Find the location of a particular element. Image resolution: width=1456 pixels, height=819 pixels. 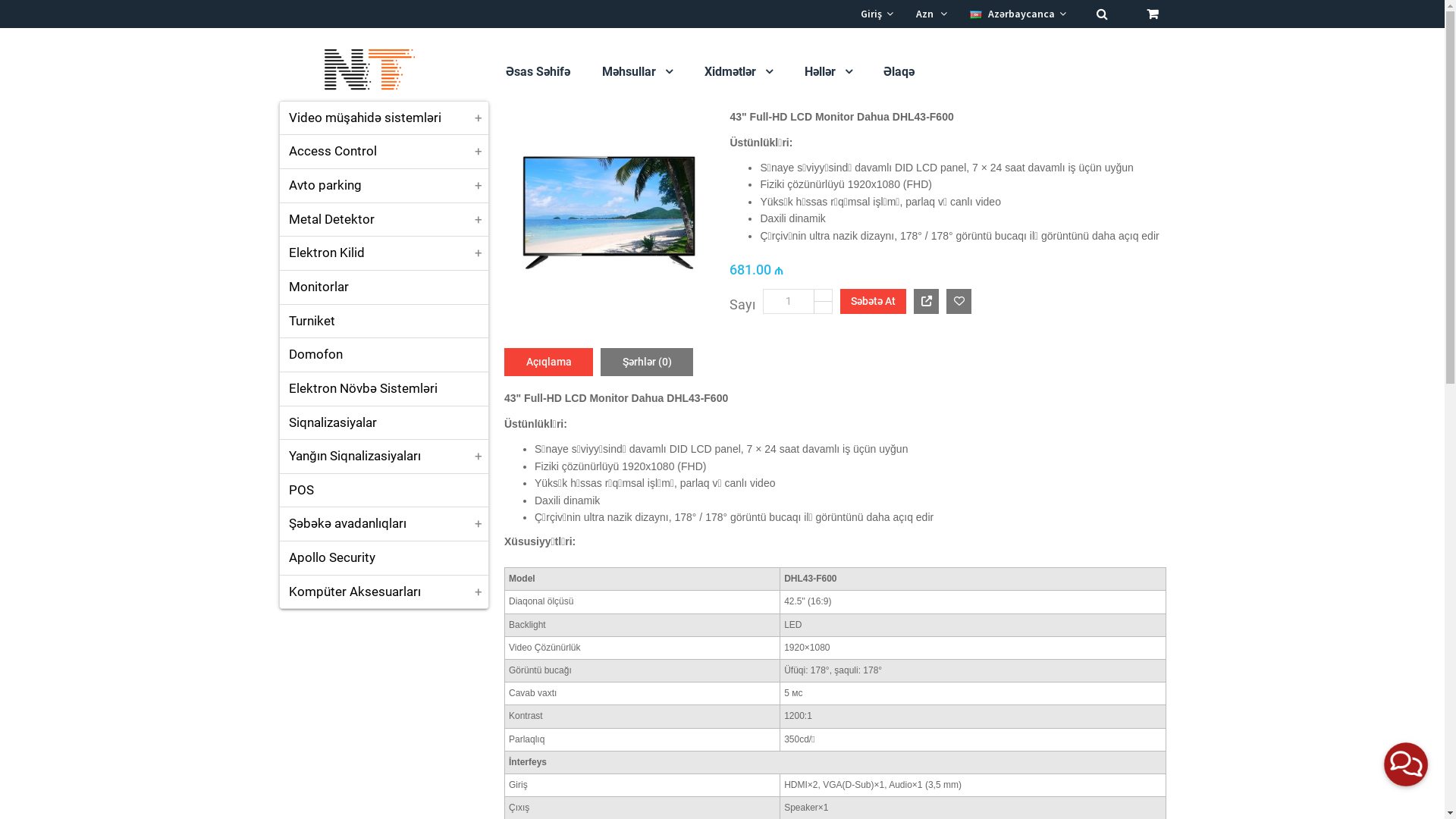

'Monitorlar' is located at coordinates (383, 287).